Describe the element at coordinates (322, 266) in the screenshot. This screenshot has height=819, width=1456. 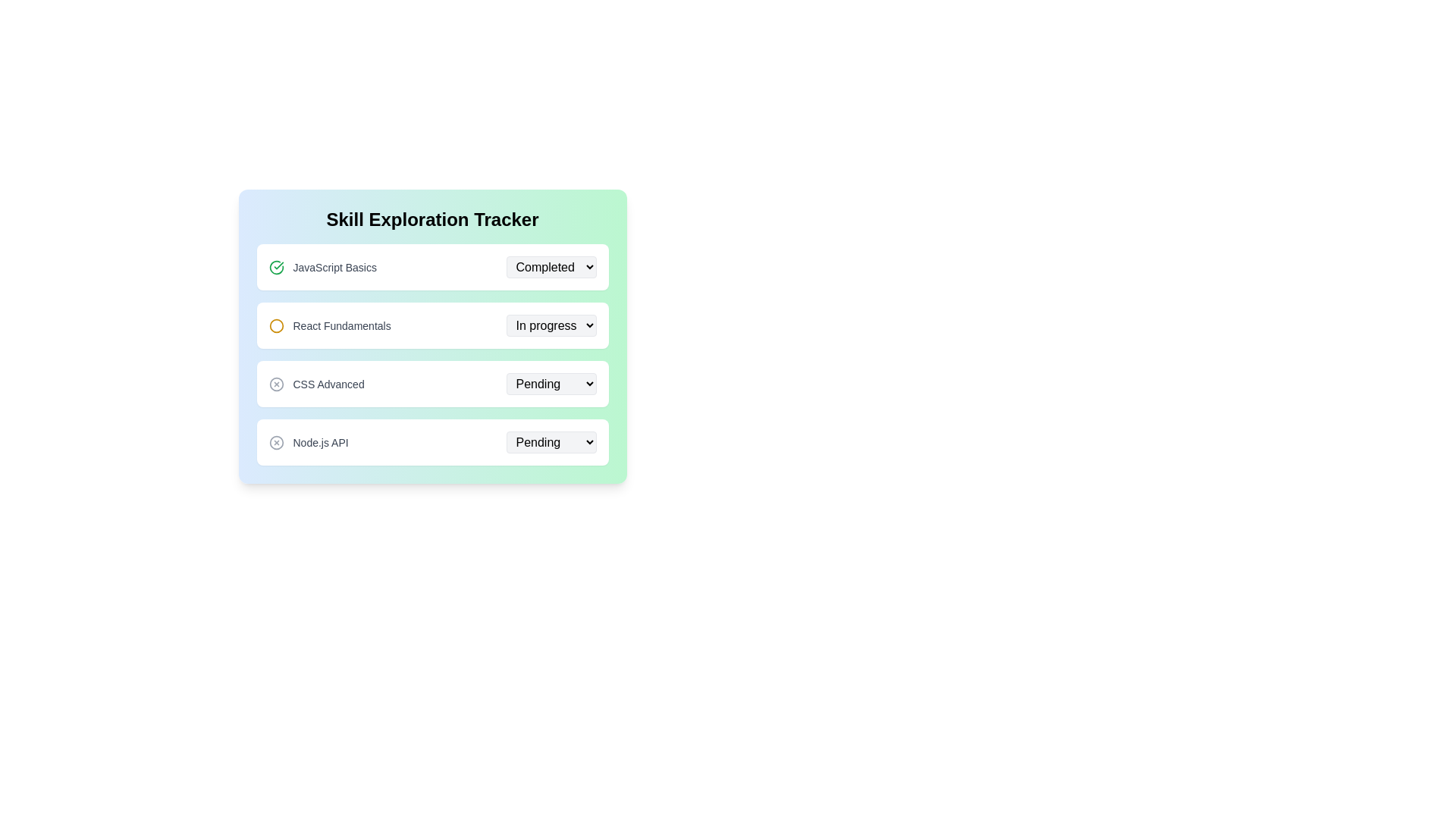
I see `the text label displaying 'JavaScript Basics'` at that location.